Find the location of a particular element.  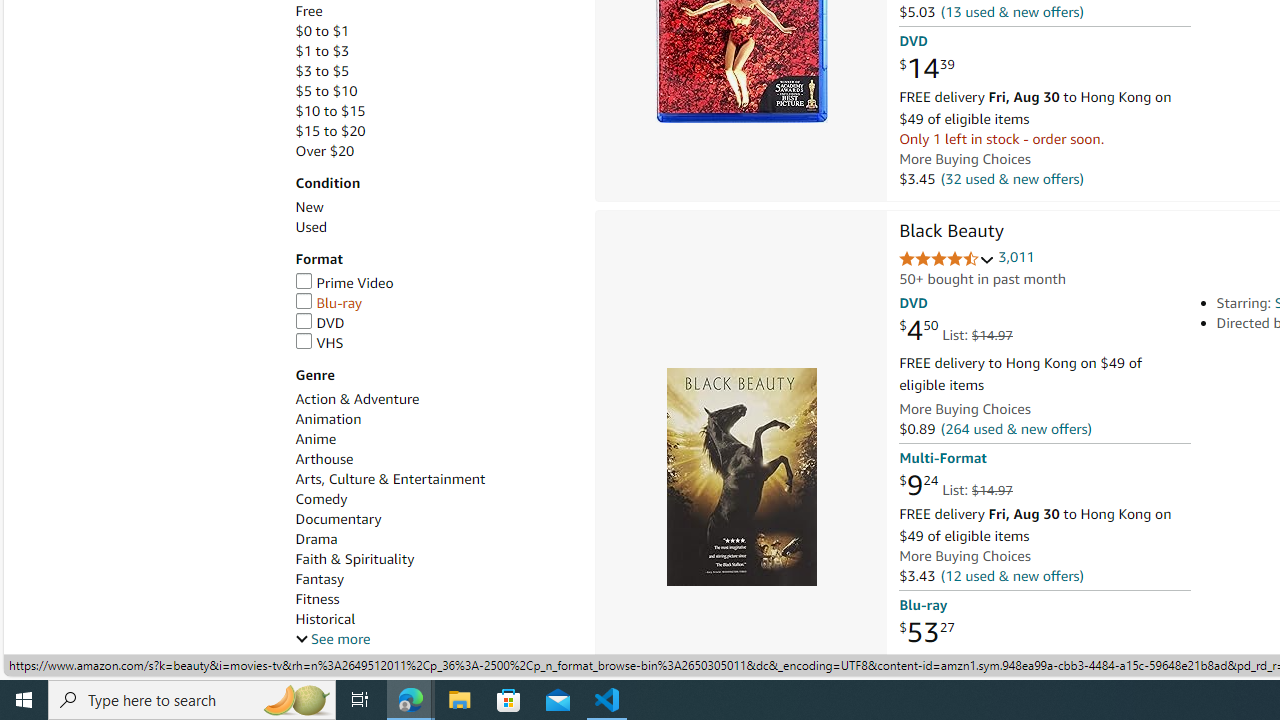

'Arts, Culture & Entertainment' is located at coordinates (390, 479).